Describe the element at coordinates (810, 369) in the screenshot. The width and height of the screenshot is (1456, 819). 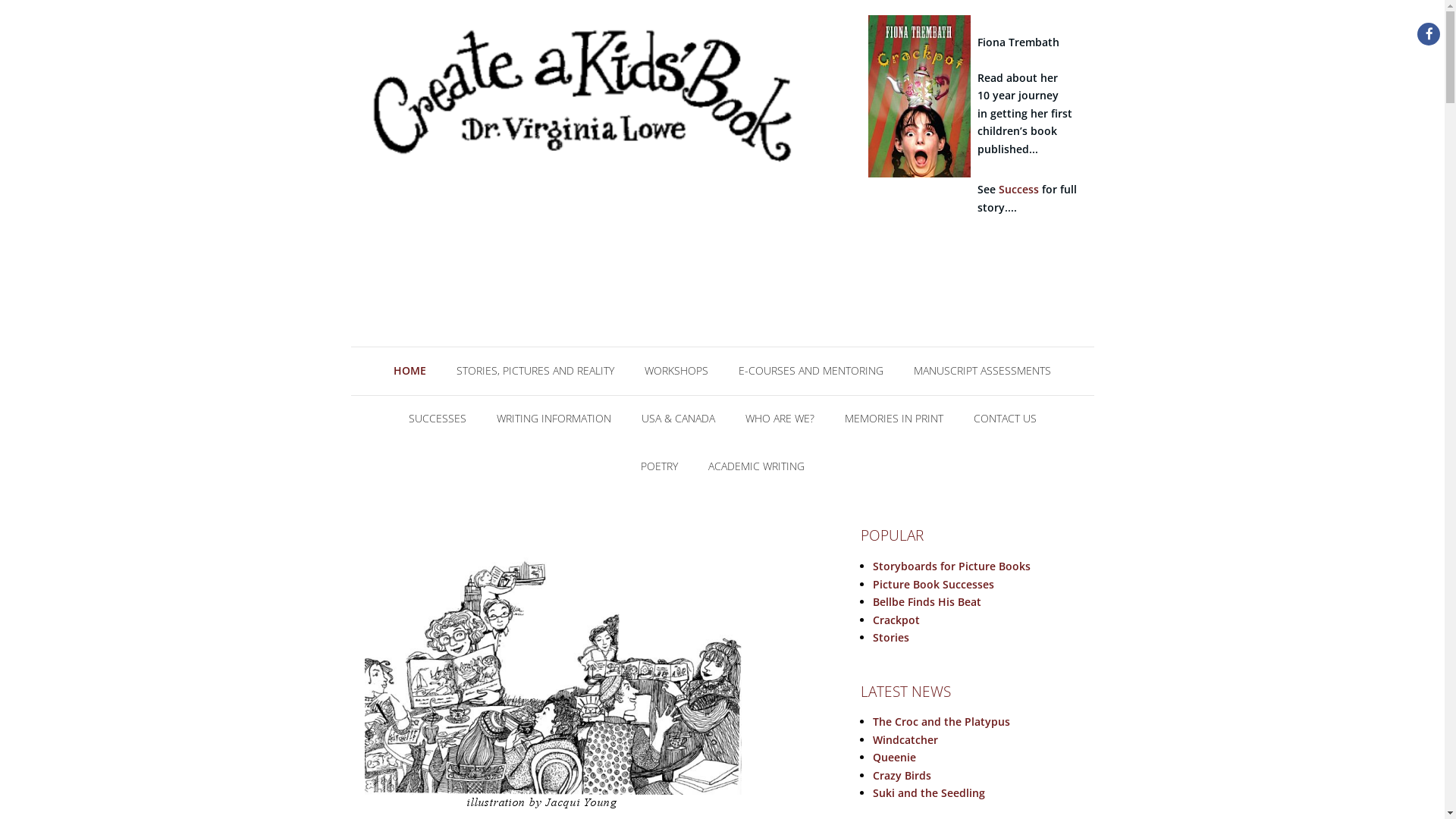
I see `'E-COURSES AND MENTORING'` at that location.